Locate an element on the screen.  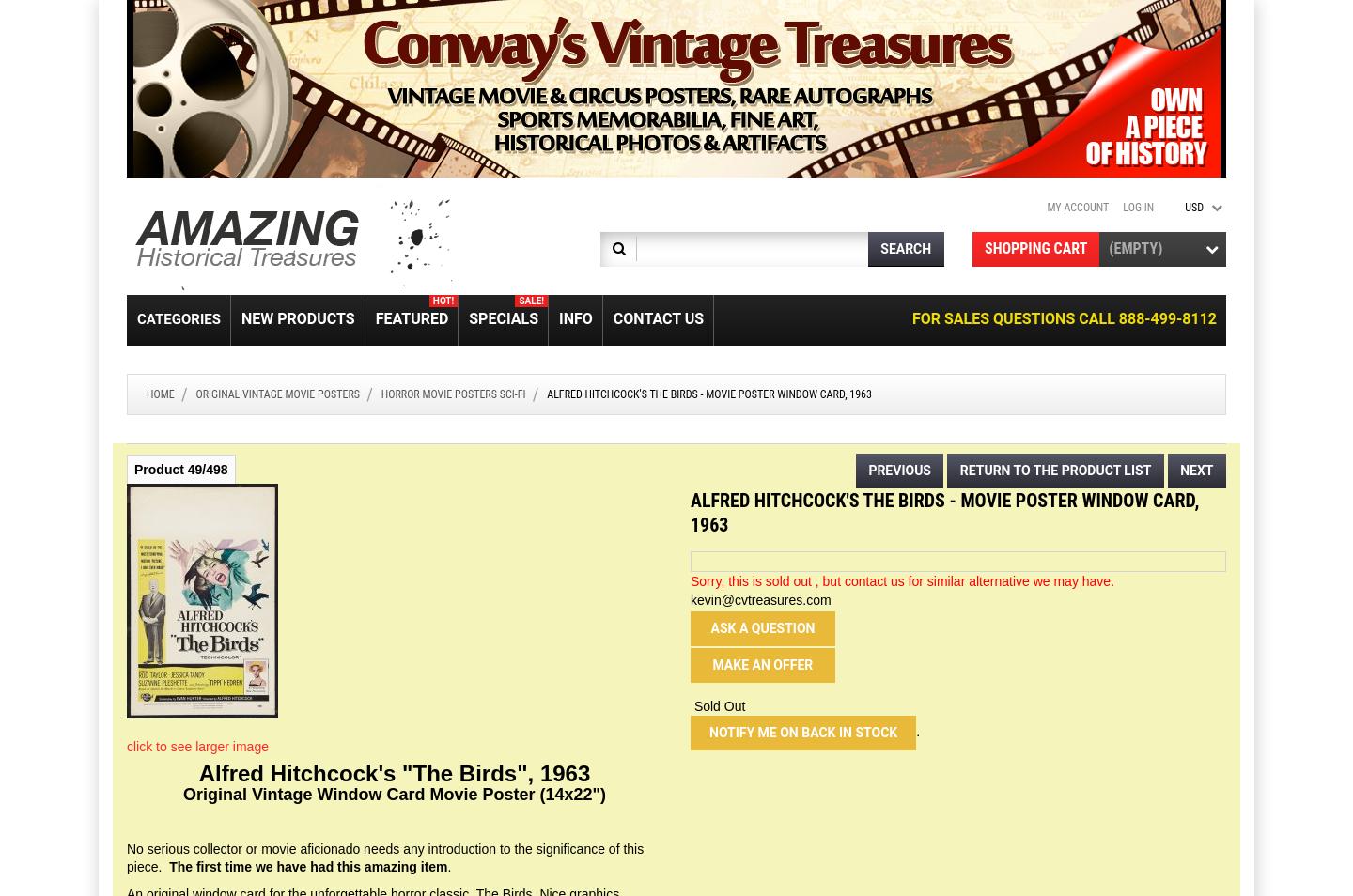
'Sold Out' is located at coordinates (718, 706).